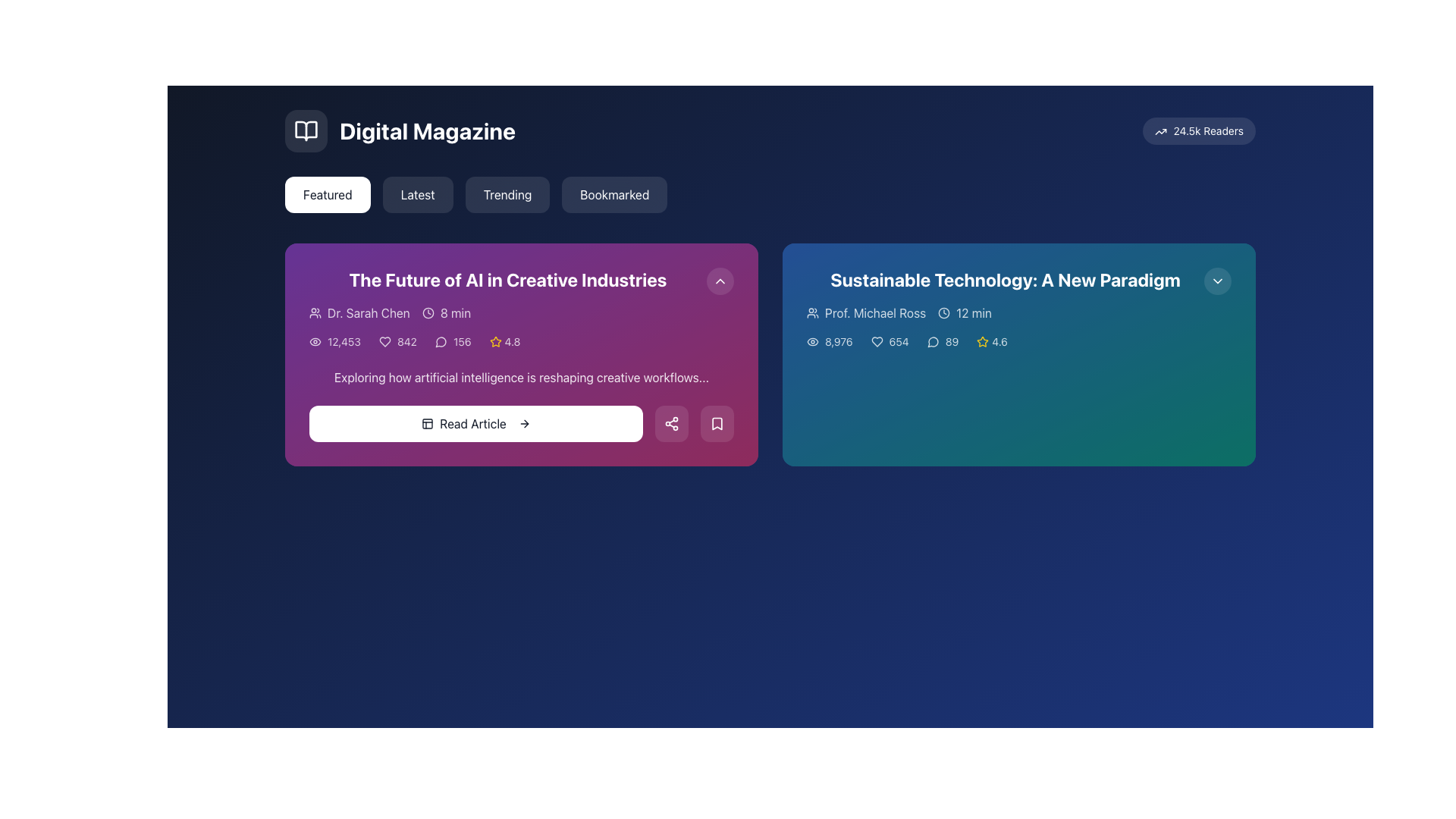 This screenshot has height=819, width=1456. Describe the element at coordinates (1218, 281) in the screenshot. I see `the downward-pointing chevron icon within the circular background located in the top right corner of the card titled 'Sustainable Technology: A New Paradigm' for accessibility purposes` at that location.